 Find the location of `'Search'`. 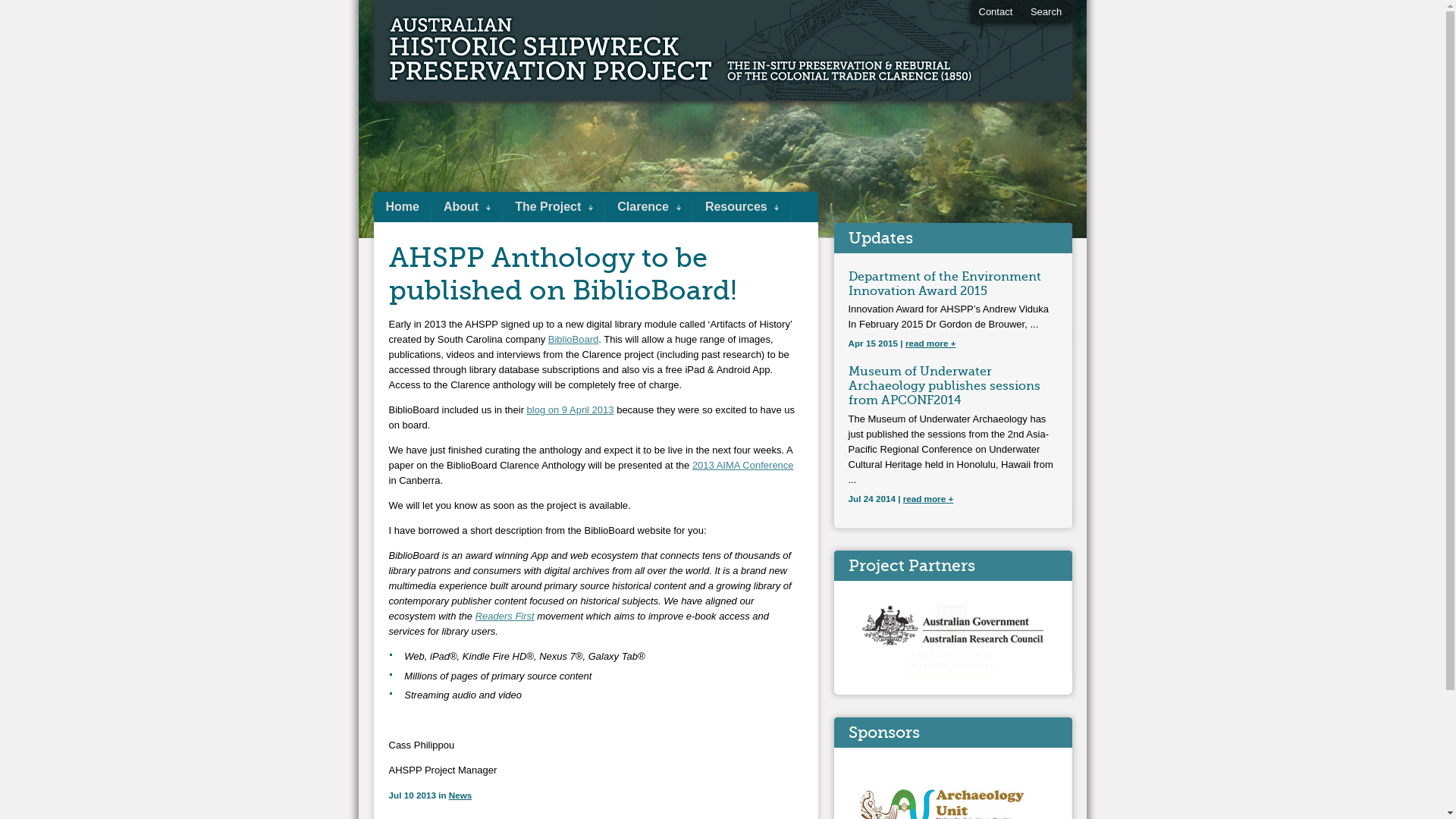

'Search' is located at coordinates (1045, 11).